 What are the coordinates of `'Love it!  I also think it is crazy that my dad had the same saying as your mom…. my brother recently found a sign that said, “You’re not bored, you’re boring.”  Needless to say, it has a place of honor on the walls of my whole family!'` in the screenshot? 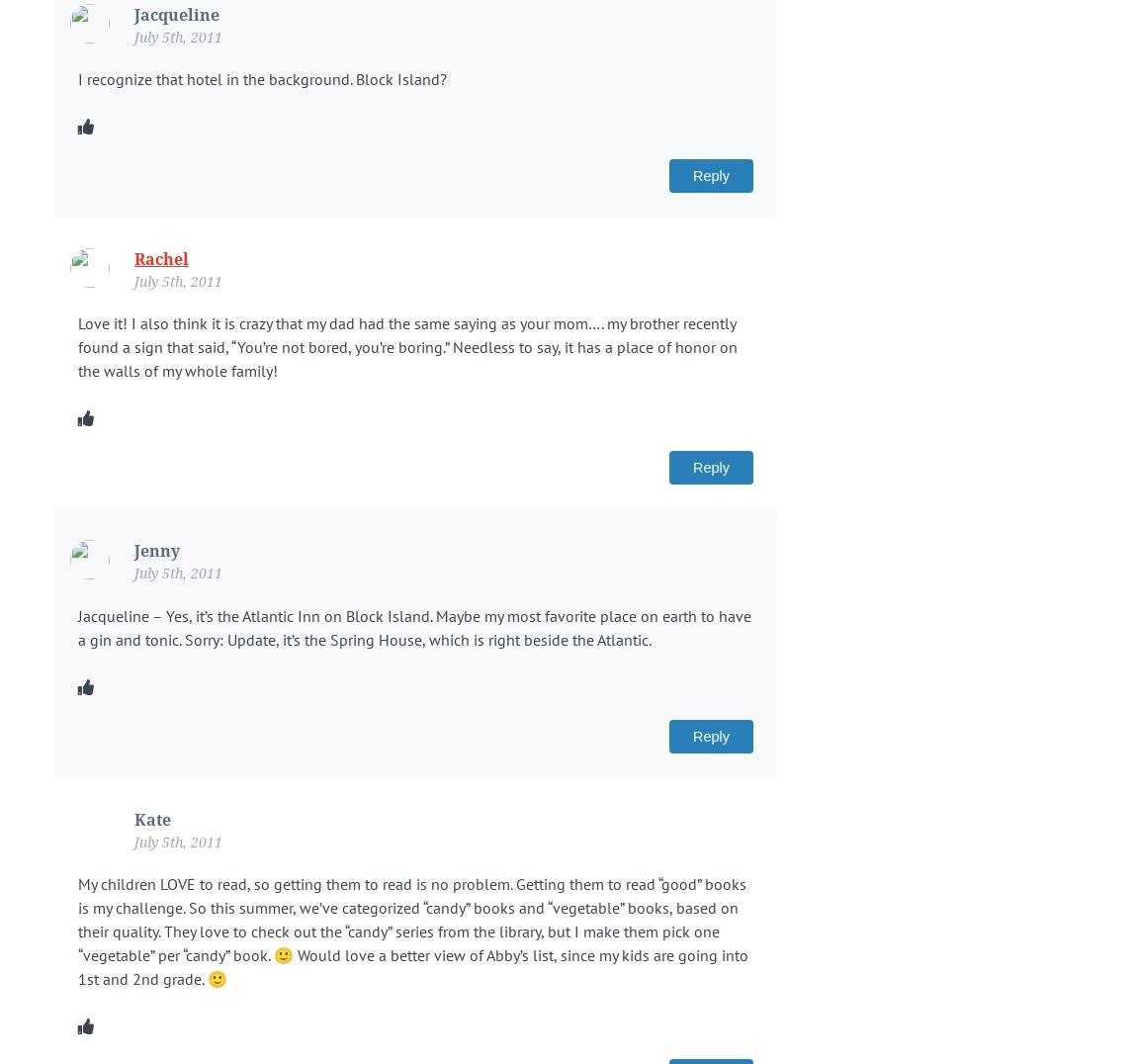 It's located at (407, 346).